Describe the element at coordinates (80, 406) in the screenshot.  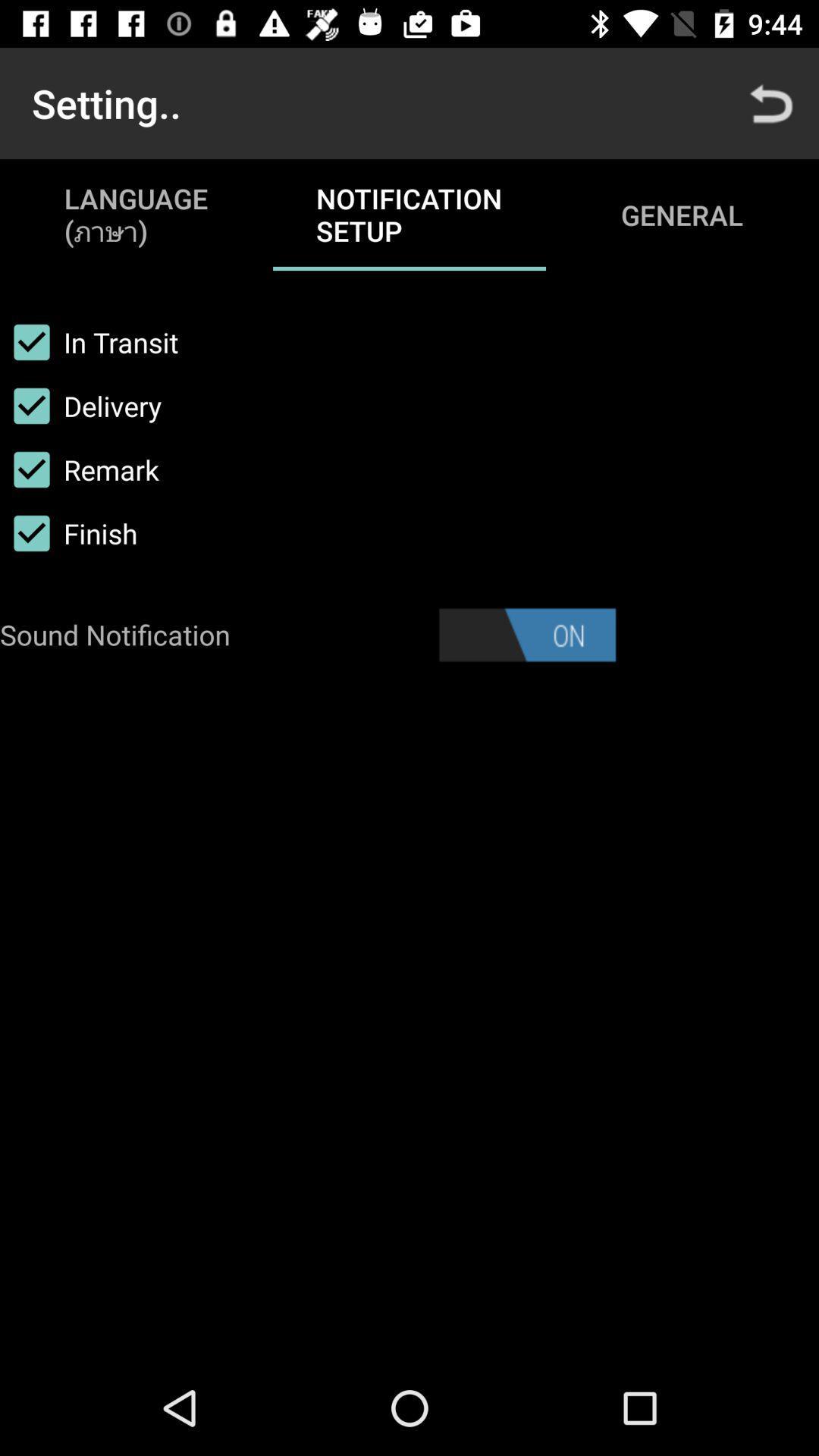
I see `icon above the remark item` at that location.